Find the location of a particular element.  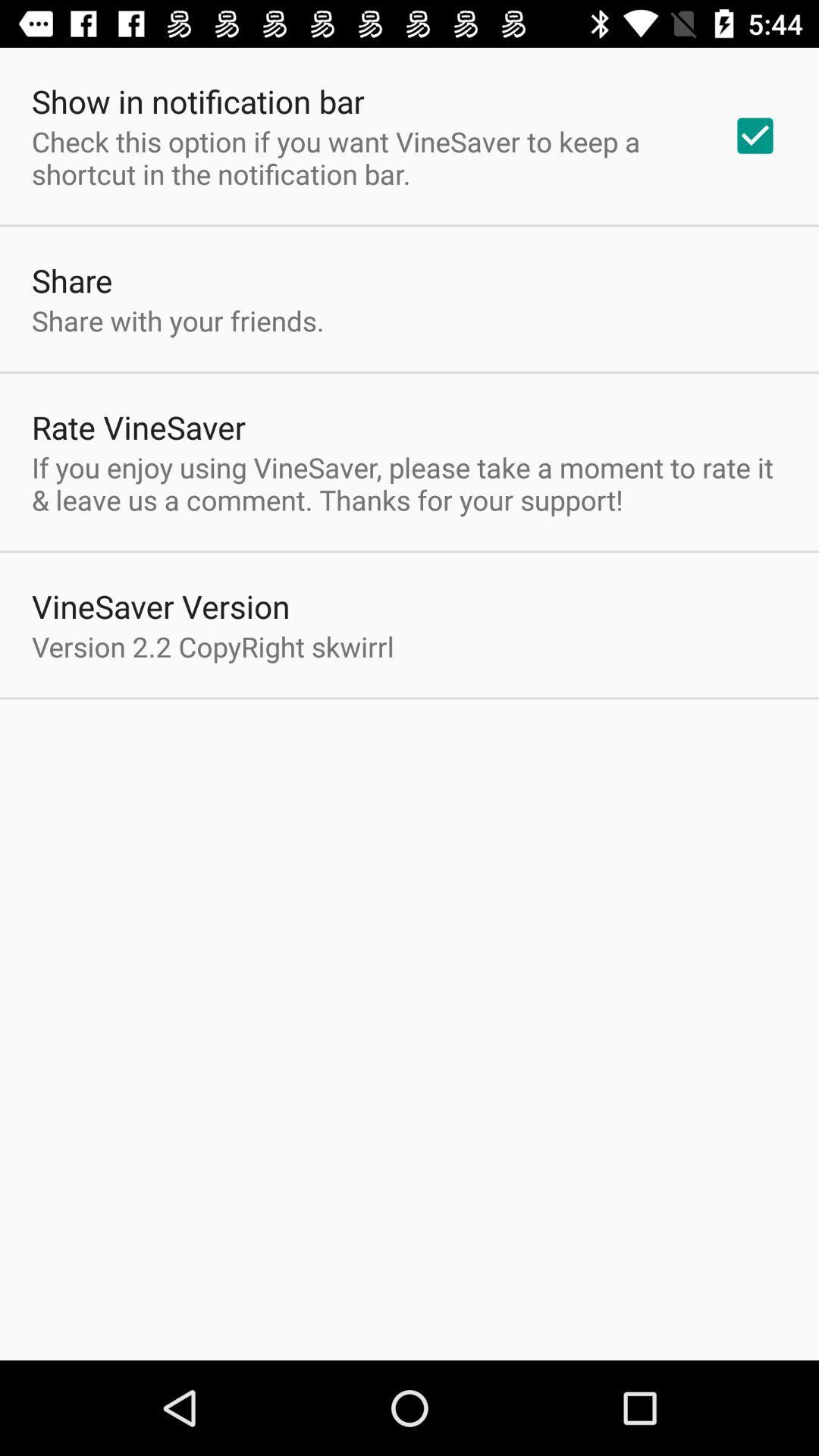

version 2 2 app is located at coordinates (212, 646).